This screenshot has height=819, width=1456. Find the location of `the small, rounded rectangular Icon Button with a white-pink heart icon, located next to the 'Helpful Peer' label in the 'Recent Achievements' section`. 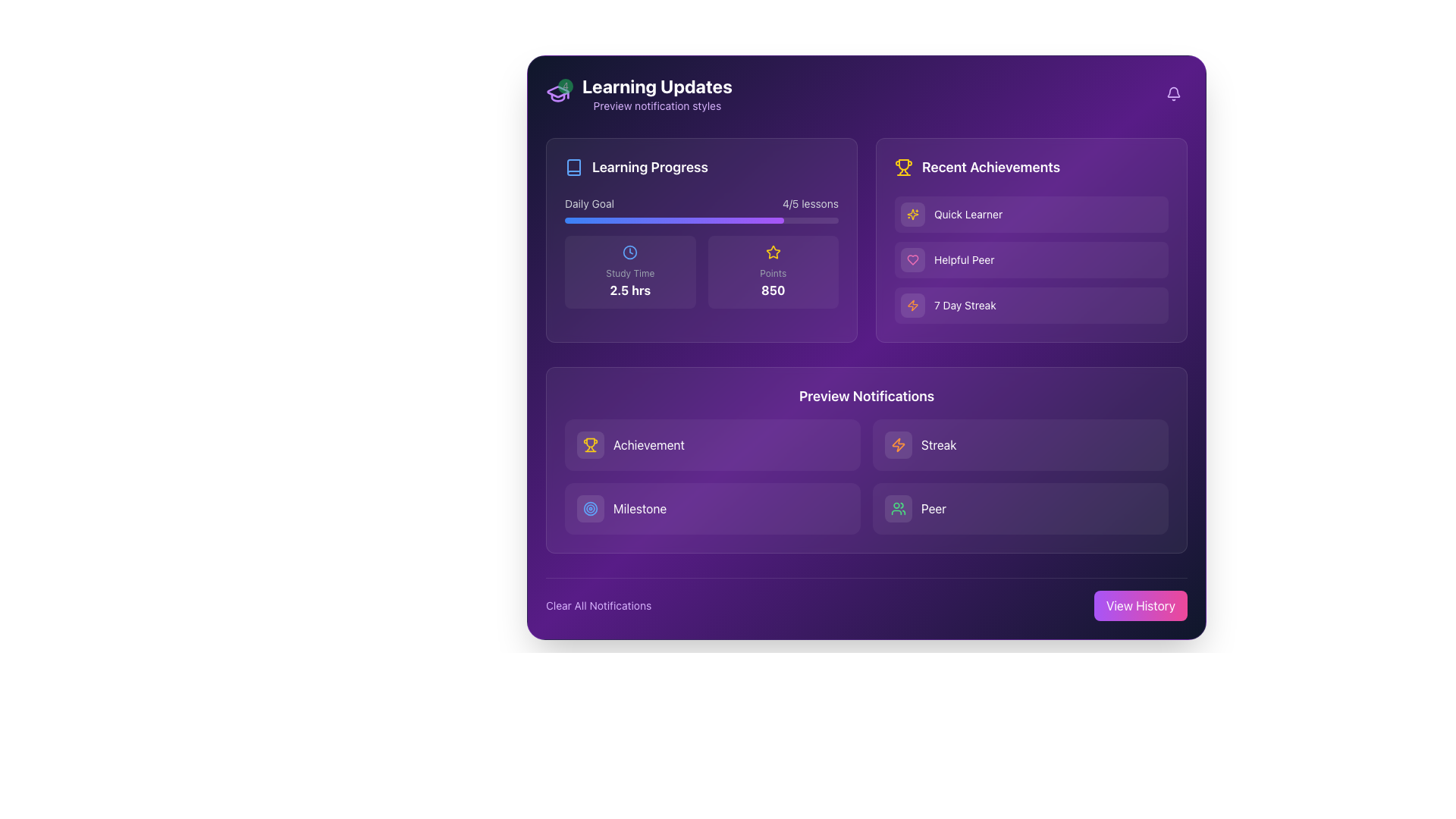

the small, rounded rectangular Icon Button with a white-pink heart icon, located next to the 'Helpful Peer' label in the 'Recent Achievements' section is located at coordinates (912, 259).